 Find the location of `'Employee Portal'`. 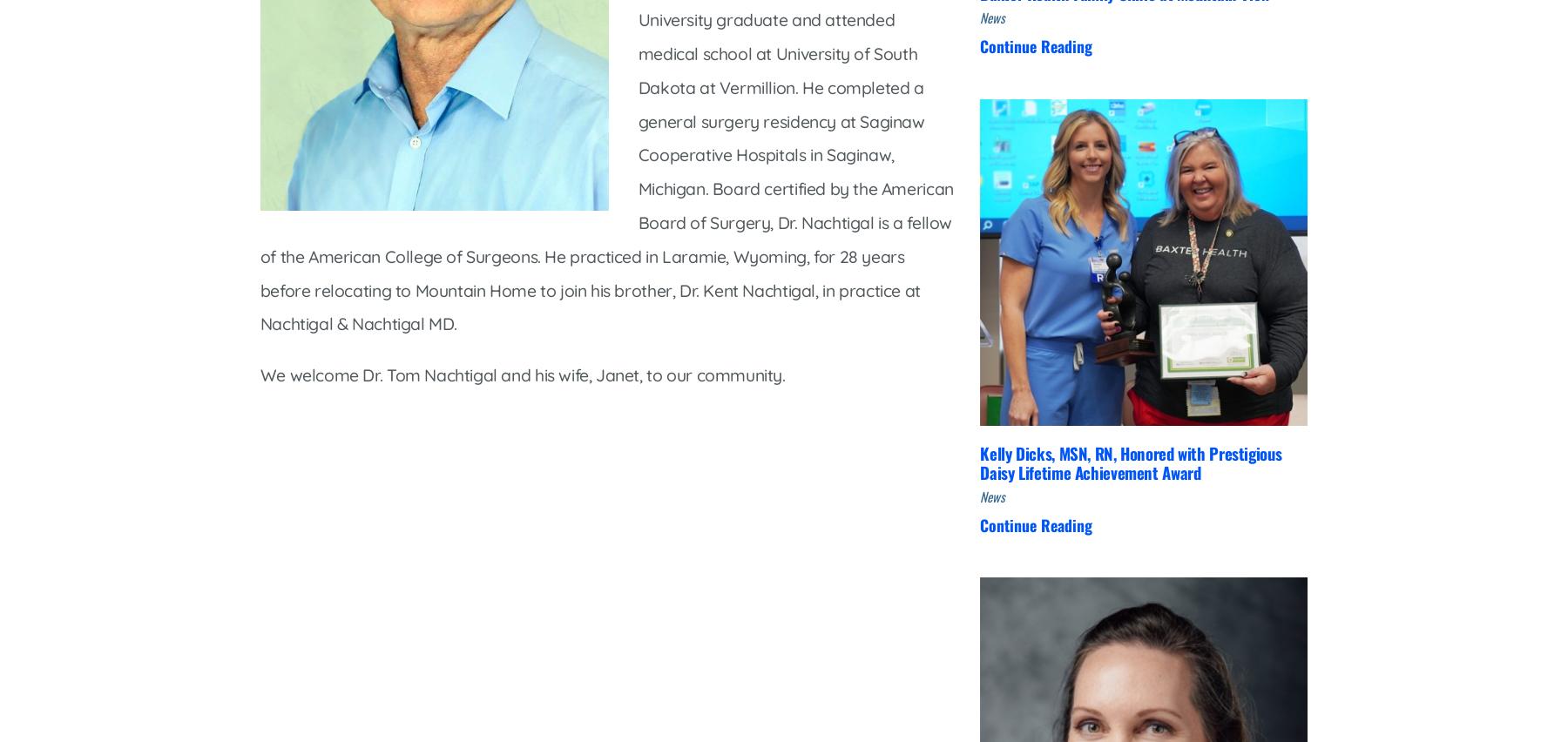

'Employee Portal' is located at coordinates (607, 548).